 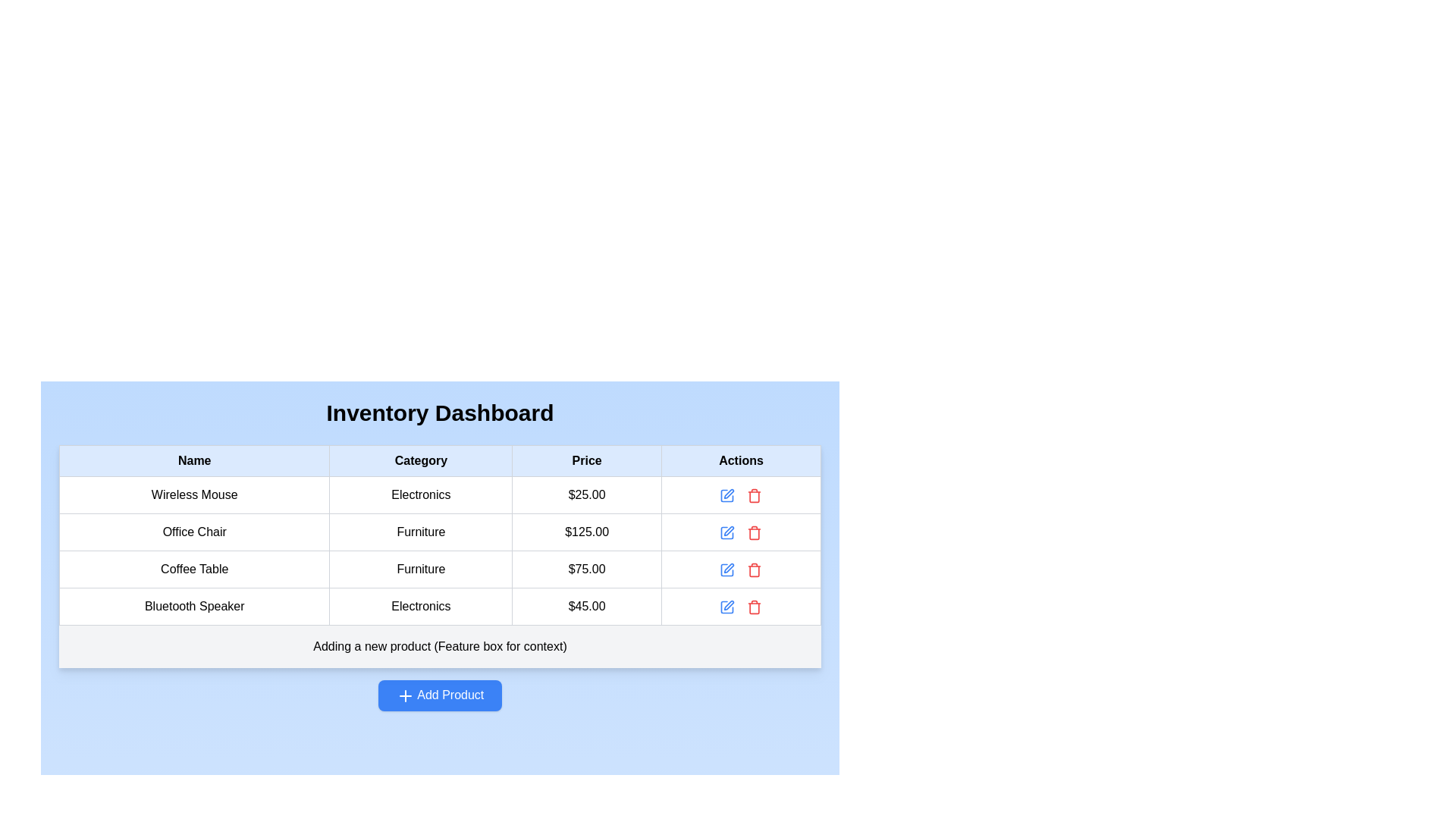 What do you see at coordinates (755, 533) in the screenshot?
I see `the red trash icon located in the 'Actions' column of the 'Inventory Dashboard' table, next to the 'Price' of the 'Office Chair' record` at bounding box center [755, 533].